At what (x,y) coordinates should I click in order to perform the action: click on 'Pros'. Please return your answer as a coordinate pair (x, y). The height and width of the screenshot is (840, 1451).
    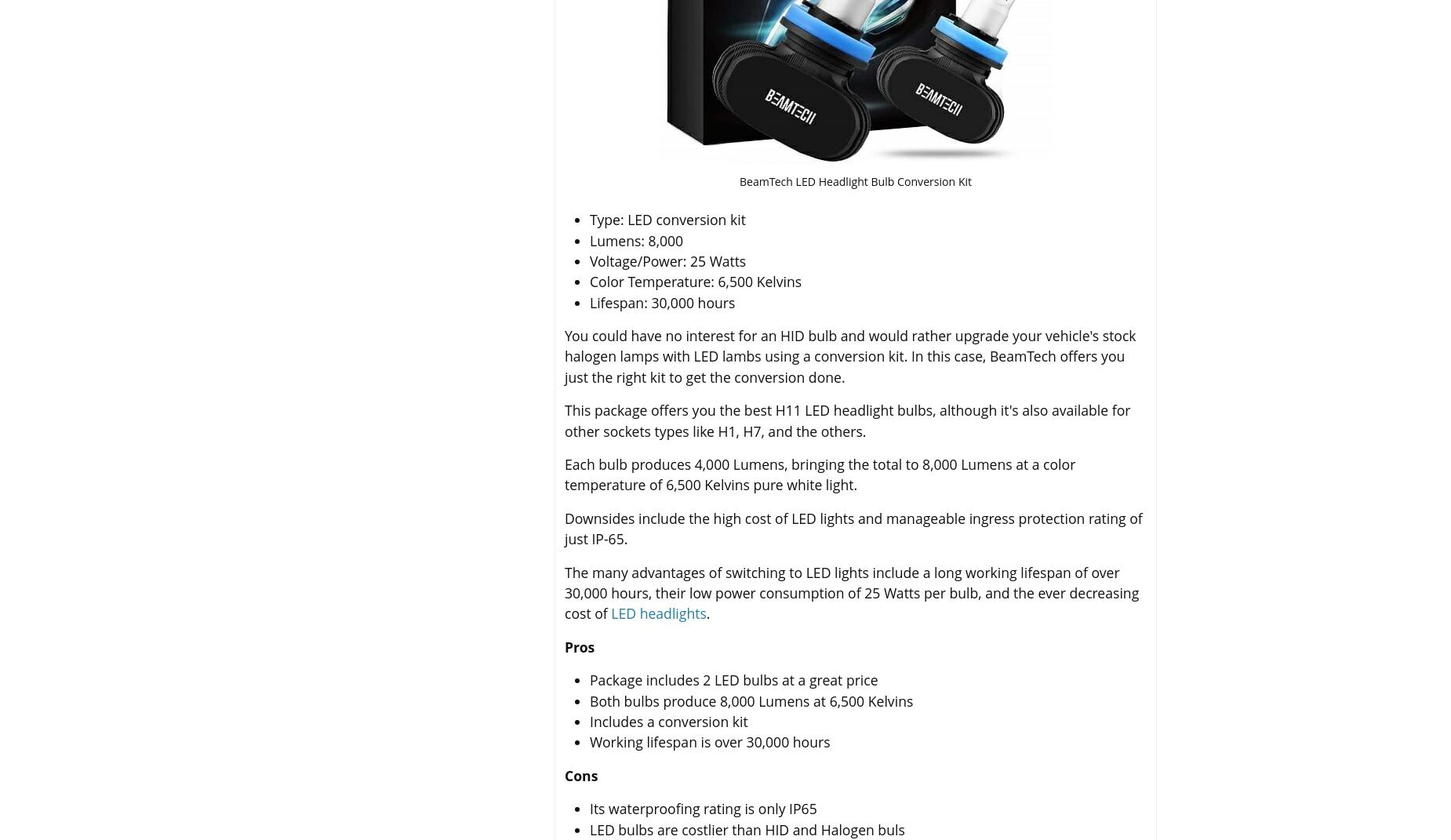
    Looking at the image, I should click on (580, 645).